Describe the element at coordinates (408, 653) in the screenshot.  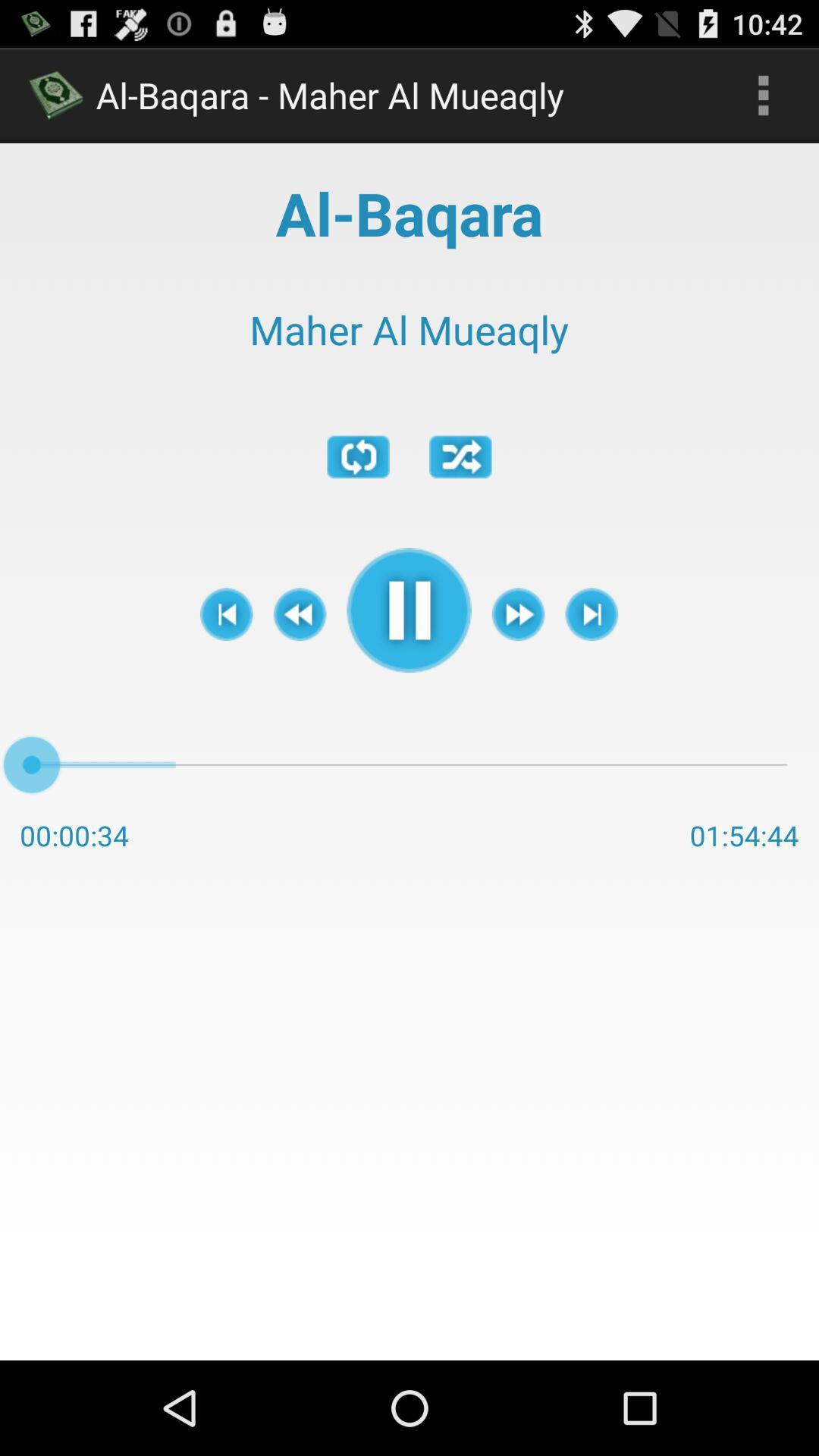
I see `the pause icon` at that location.